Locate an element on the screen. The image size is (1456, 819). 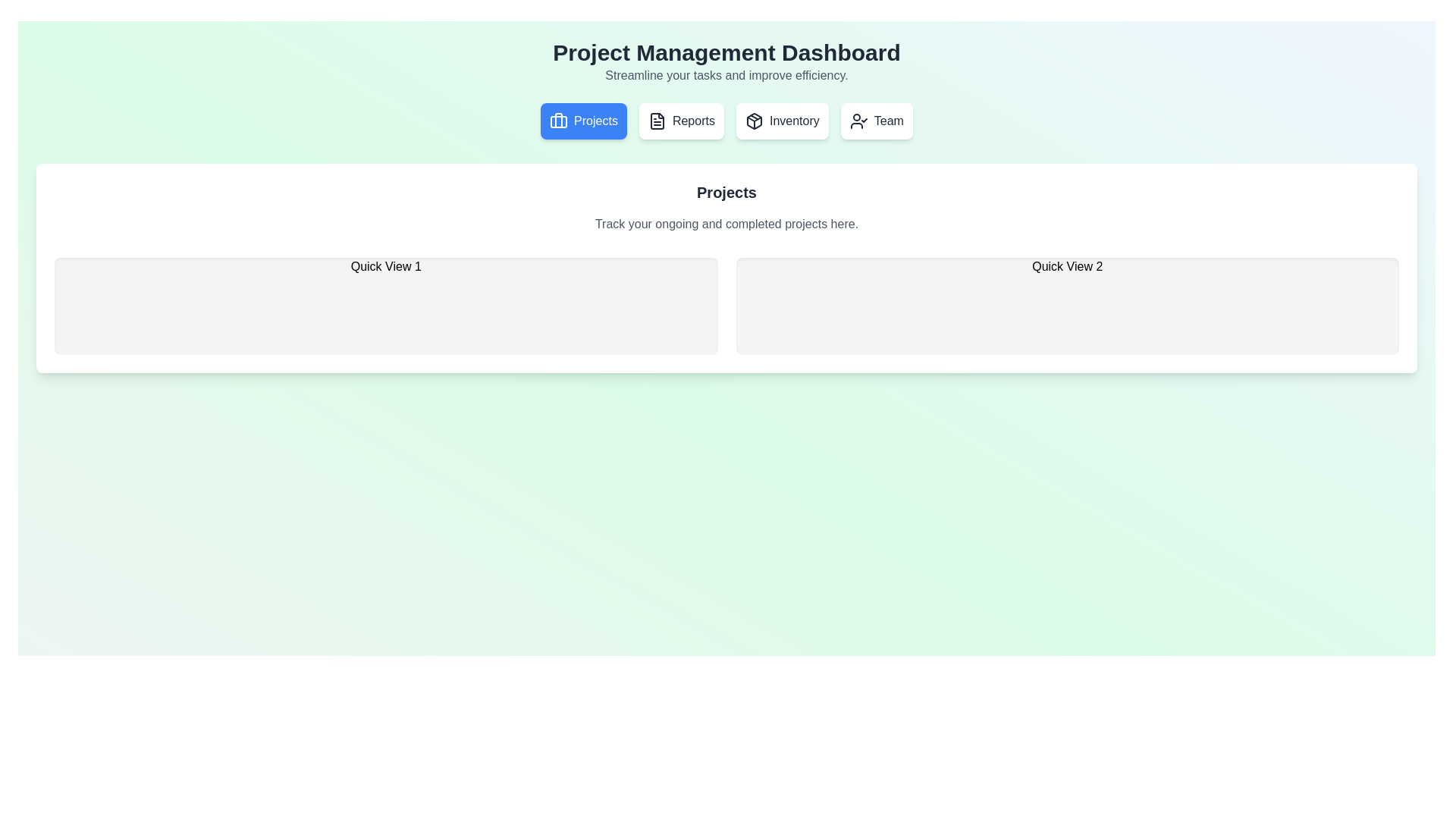
the 'Inventory' icon, which is the first subcomponent of the 'Inventory' button located beneath the dashboard header is located at coordinates (754, 120).